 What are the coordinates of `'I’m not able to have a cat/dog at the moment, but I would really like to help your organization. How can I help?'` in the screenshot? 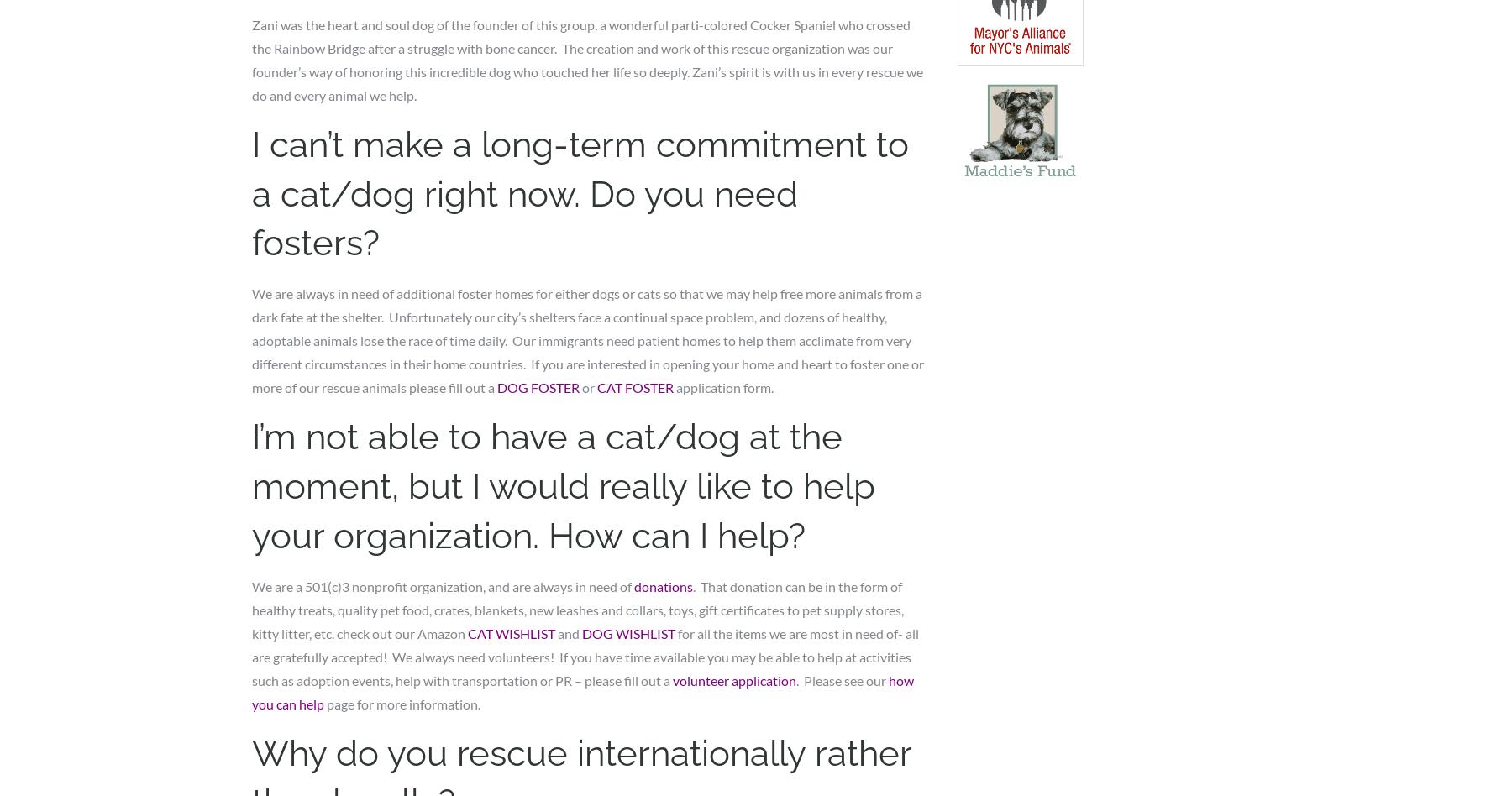 It's located at (251, 486).